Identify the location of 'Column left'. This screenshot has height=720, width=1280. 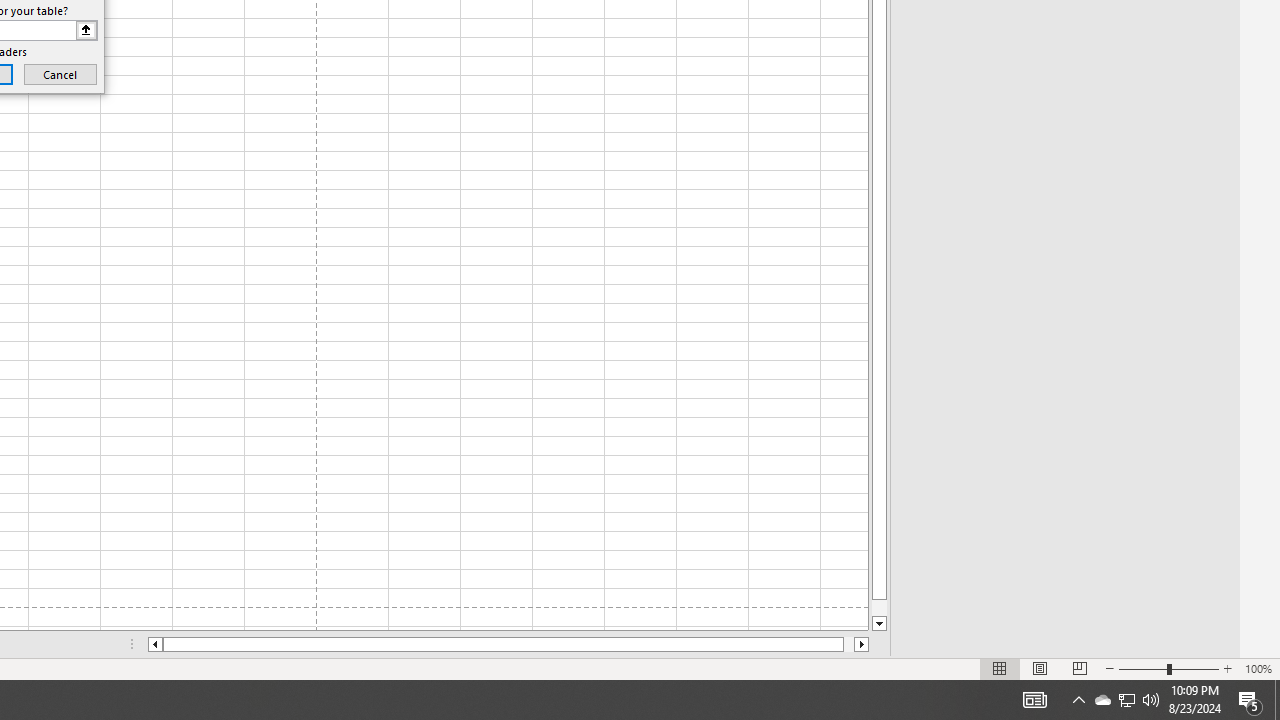
(153, 644).